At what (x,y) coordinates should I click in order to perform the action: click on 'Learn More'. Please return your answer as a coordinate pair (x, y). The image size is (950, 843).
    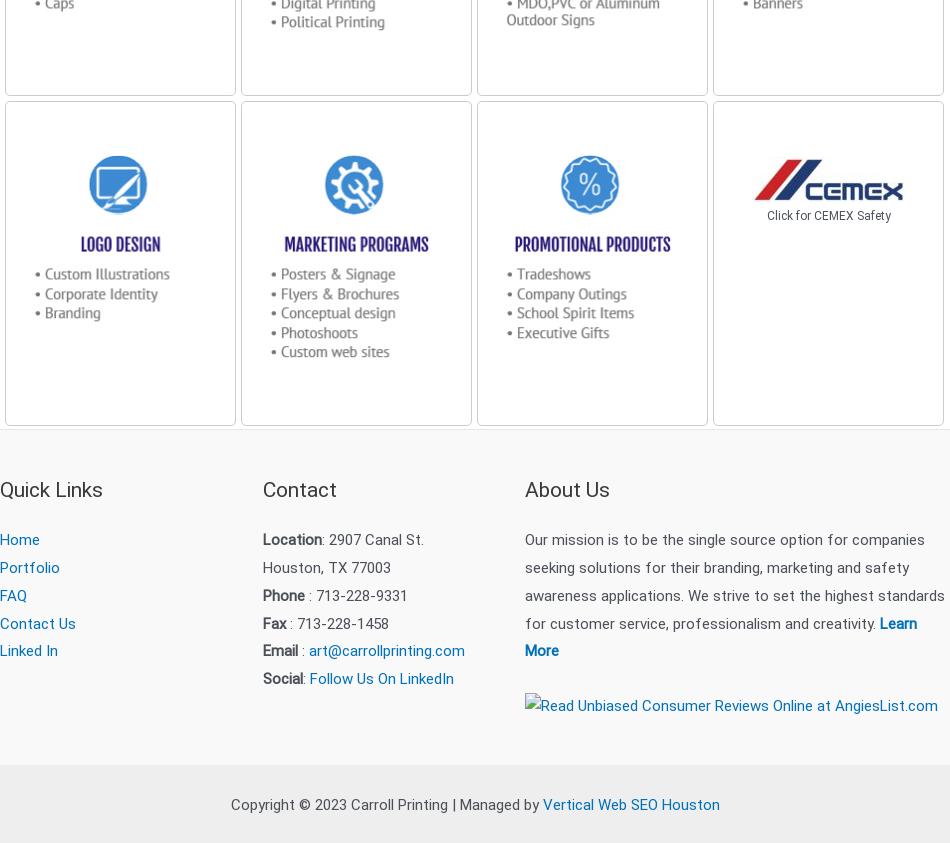
    Looking at the image, I should click on (719, 635).